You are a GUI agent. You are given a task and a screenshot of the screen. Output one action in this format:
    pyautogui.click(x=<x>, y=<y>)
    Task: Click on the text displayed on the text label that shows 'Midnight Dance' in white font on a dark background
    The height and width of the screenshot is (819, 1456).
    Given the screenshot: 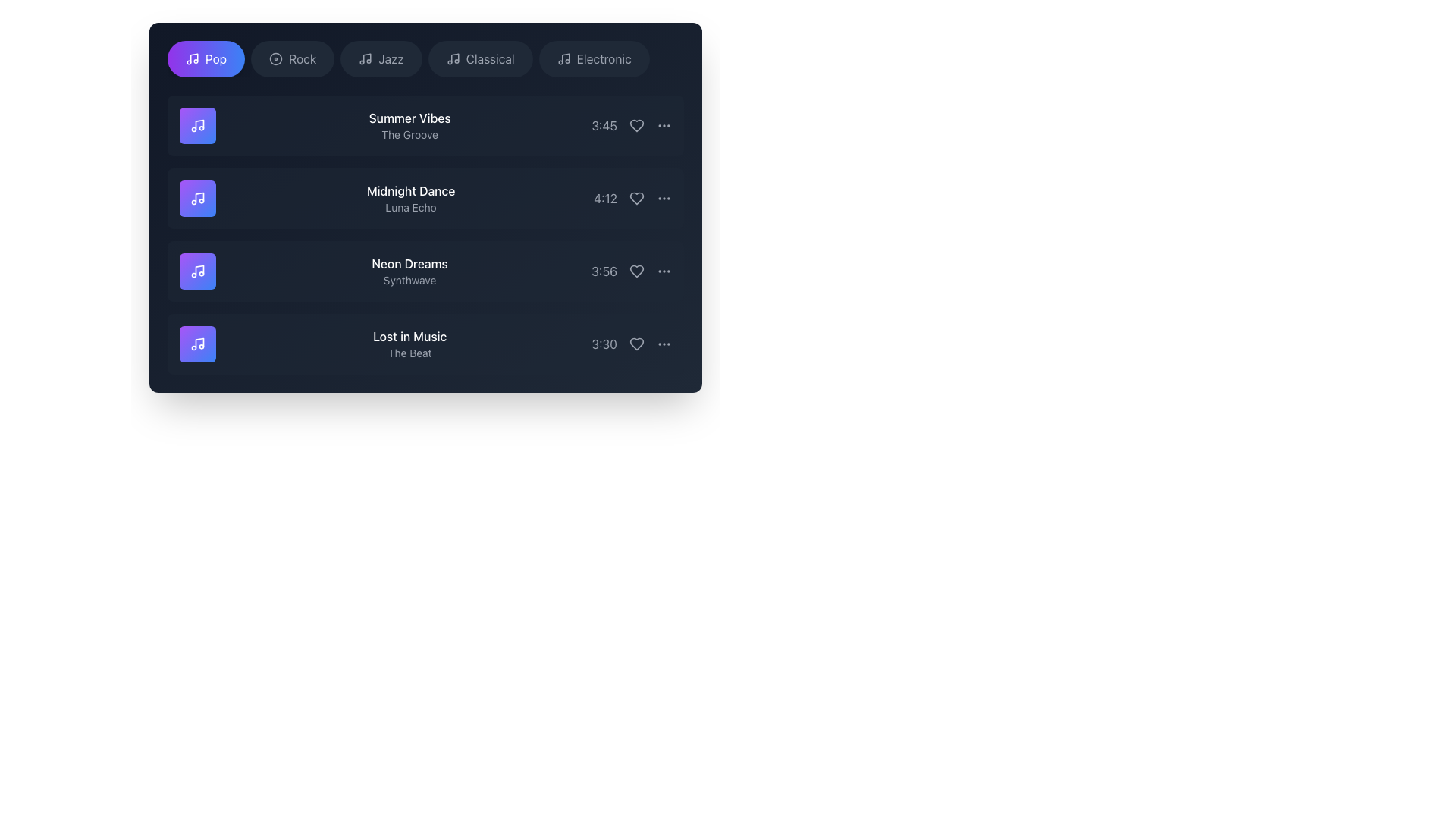 What is the action you would take?
    pyautogui.click(x=411, y=190)
    